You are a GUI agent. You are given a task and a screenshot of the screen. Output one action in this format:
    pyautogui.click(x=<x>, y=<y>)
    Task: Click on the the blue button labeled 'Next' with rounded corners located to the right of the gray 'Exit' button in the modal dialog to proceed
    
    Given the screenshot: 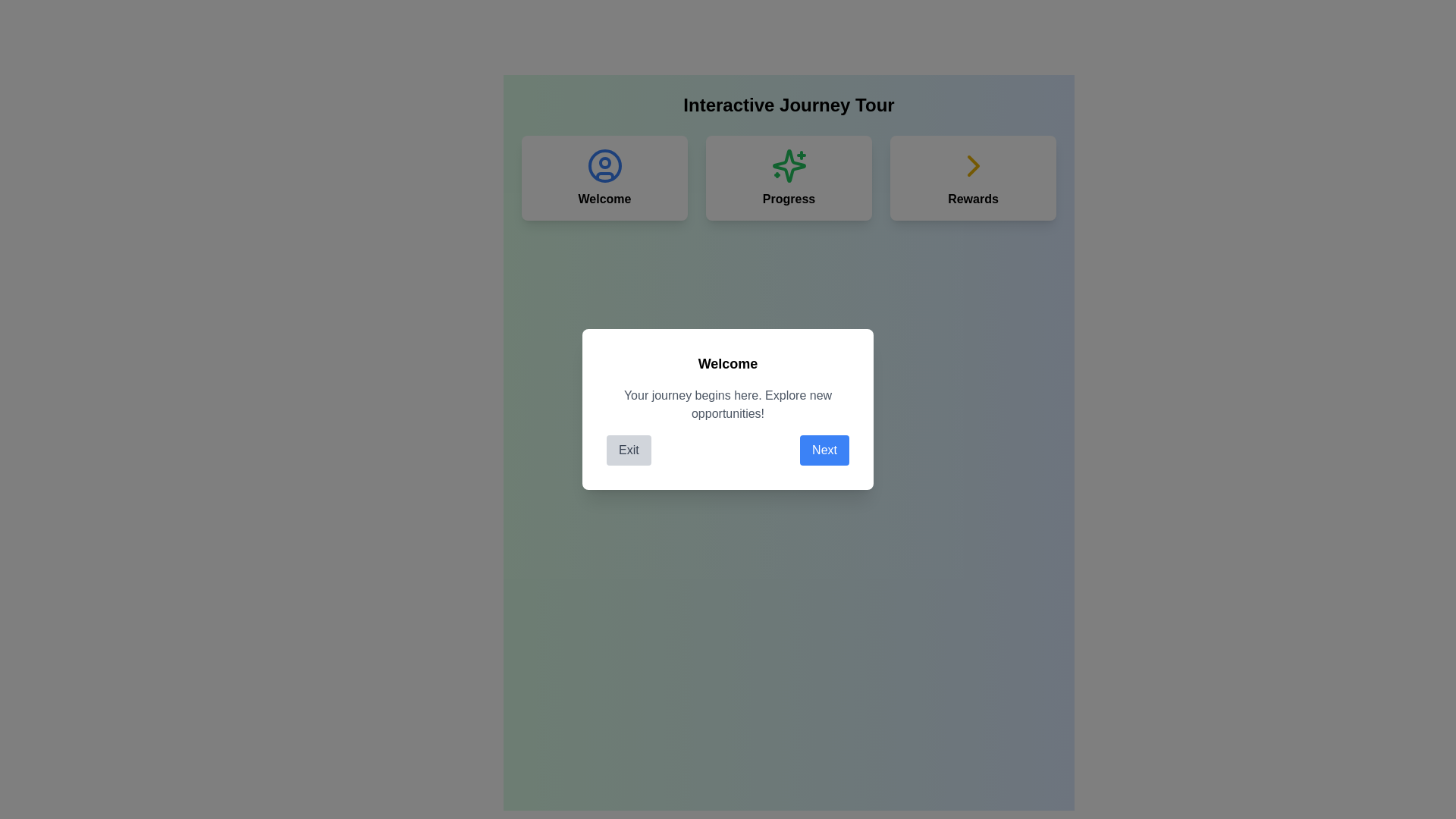 What is the action you would take?
    pyautogui.click(x=824, y=450)
    